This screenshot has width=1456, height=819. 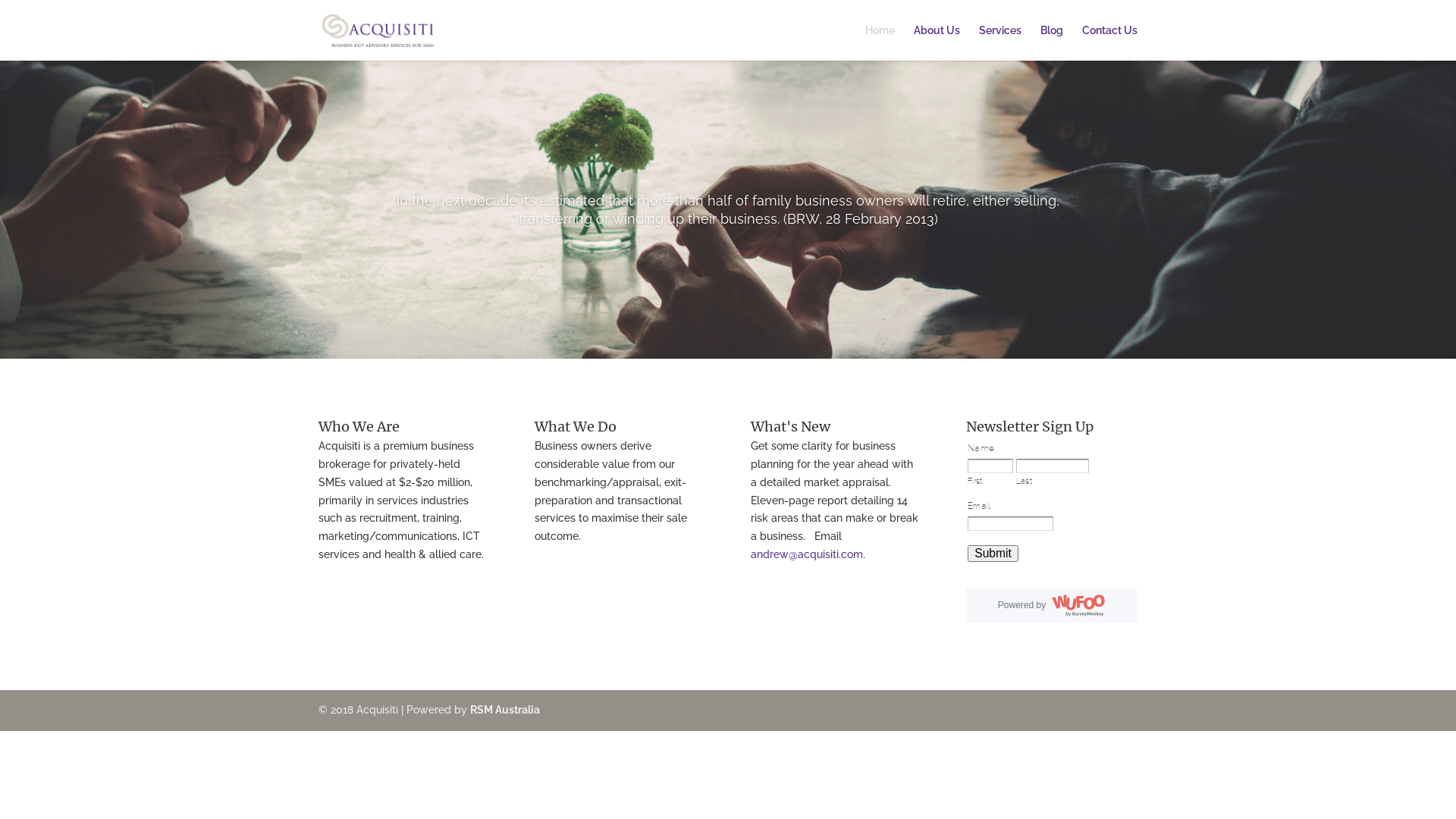 I want to click on 'Blog', so click(x=1051, y=42).